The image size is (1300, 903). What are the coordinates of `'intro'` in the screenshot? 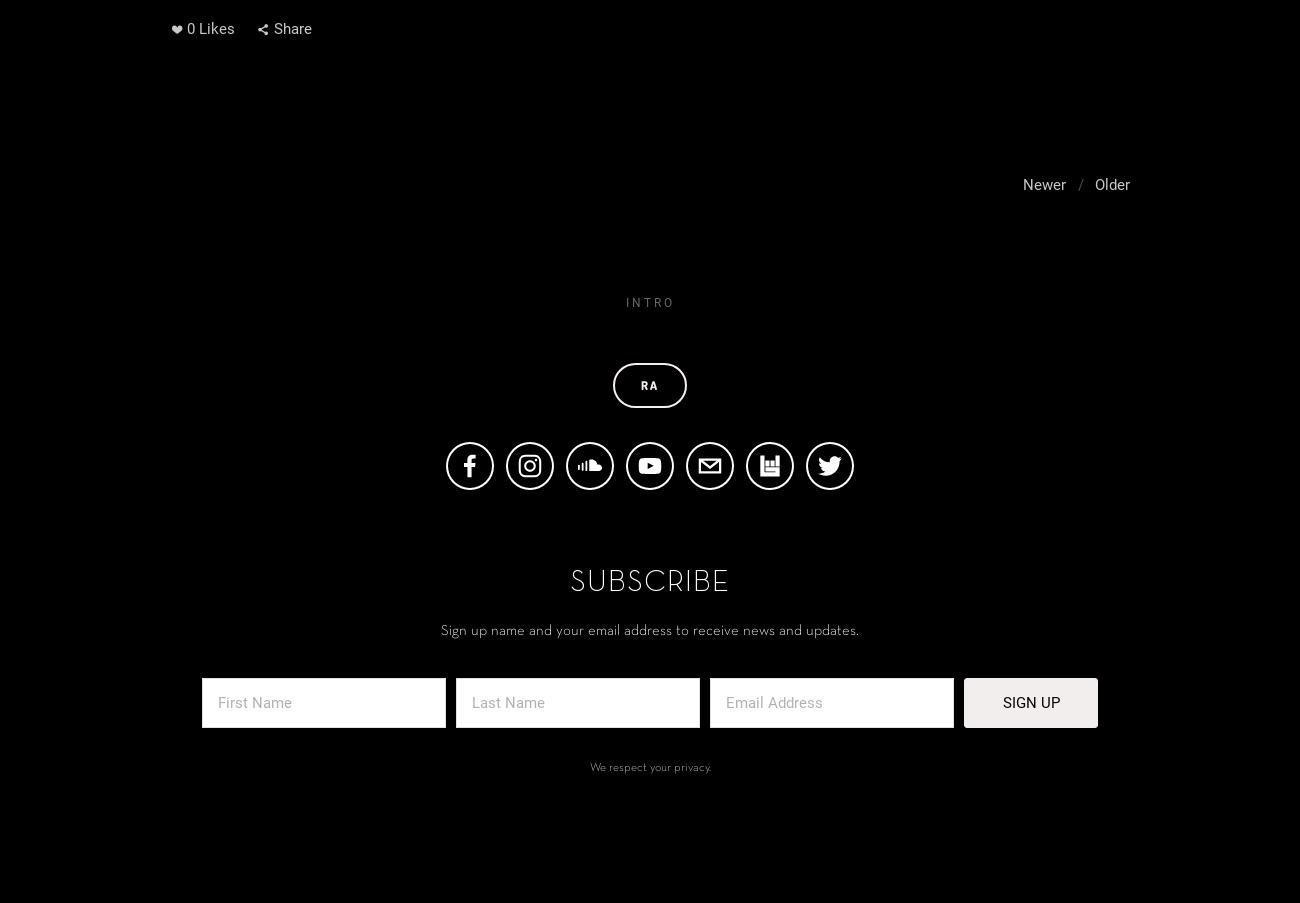 It's located at (649, 300).